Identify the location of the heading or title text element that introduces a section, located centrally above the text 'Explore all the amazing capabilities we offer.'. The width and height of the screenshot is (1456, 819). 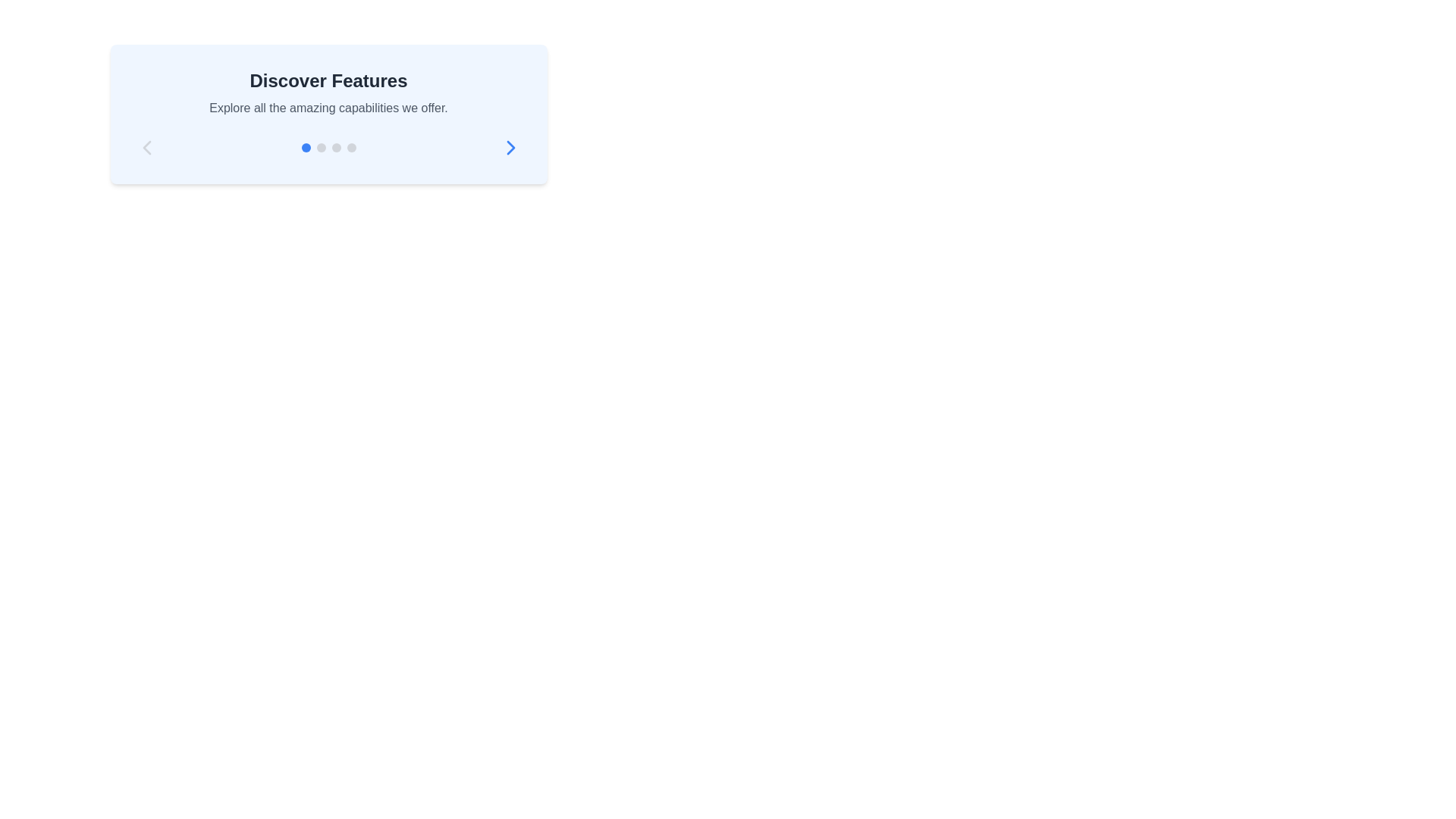
(328, 81).